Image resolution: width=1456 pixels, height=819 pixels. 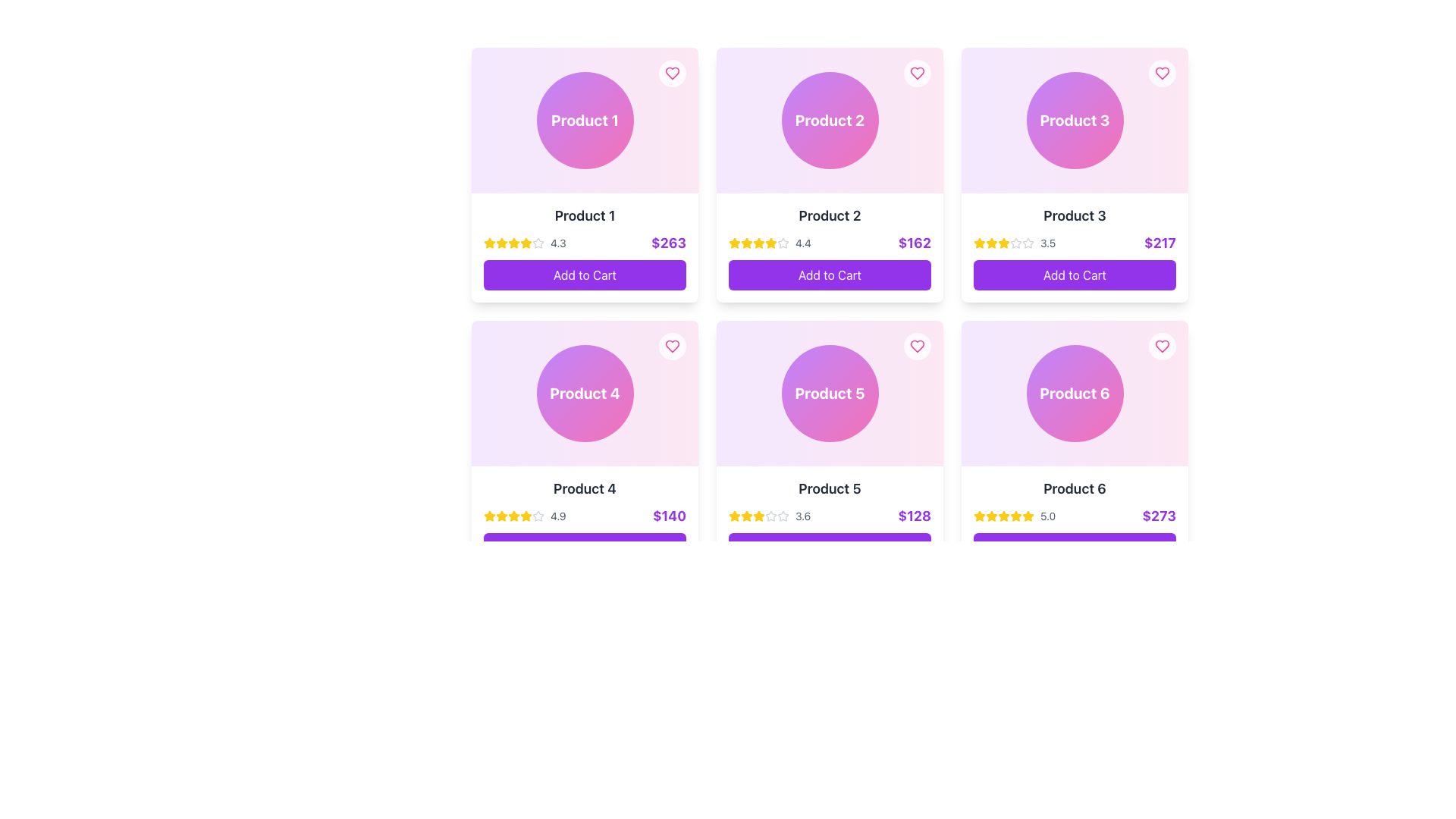 I want to click on the fifth star icon, which is styled with a yellow fill and represents a rating of '5.0' in the rating section of the 'Product 6' card, so click(x=1015, y=516).